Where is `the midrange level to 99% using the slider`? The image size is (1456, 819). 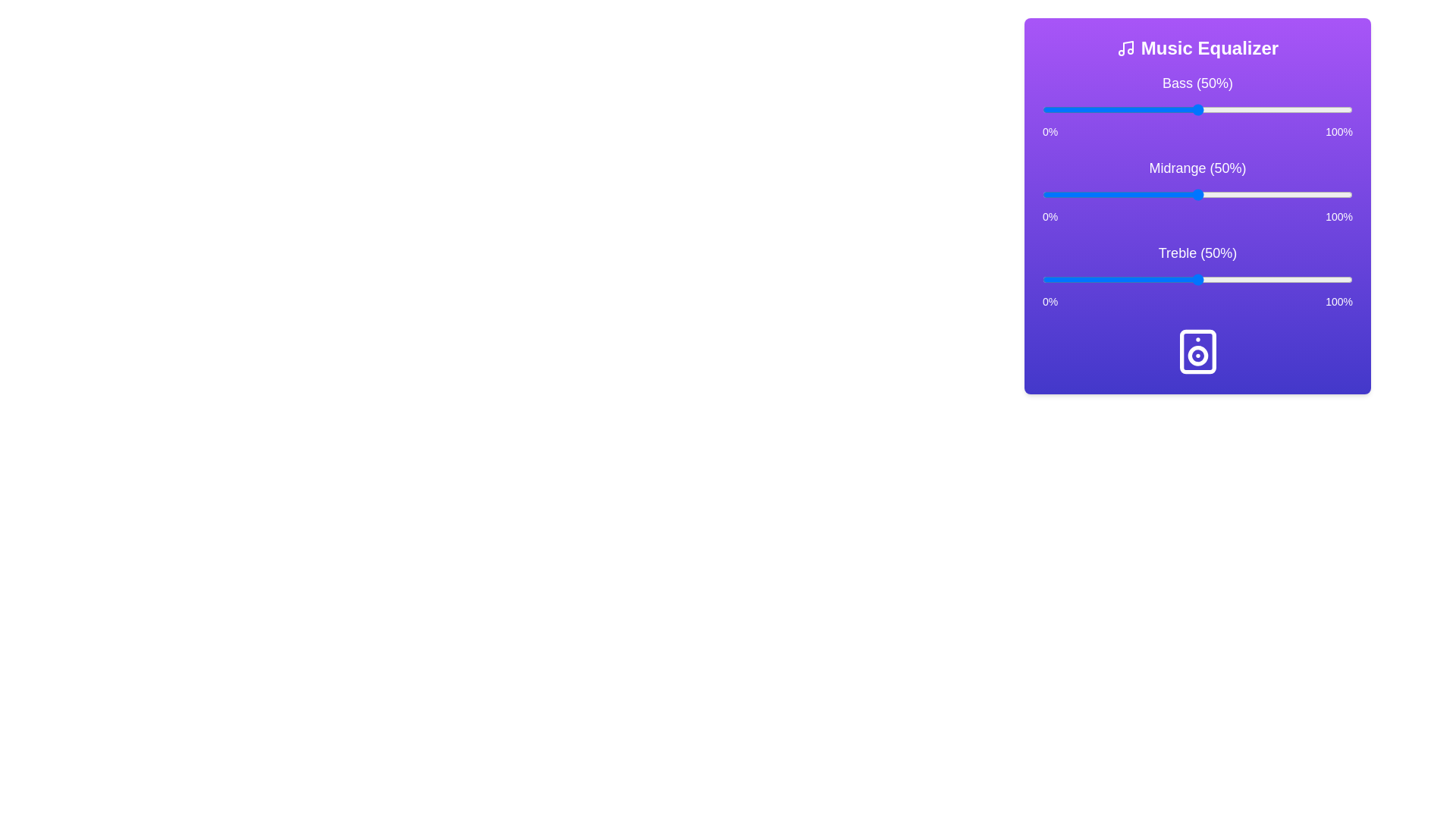 the midrange level to 99% using the slider is located at coordinates (1349, 194).